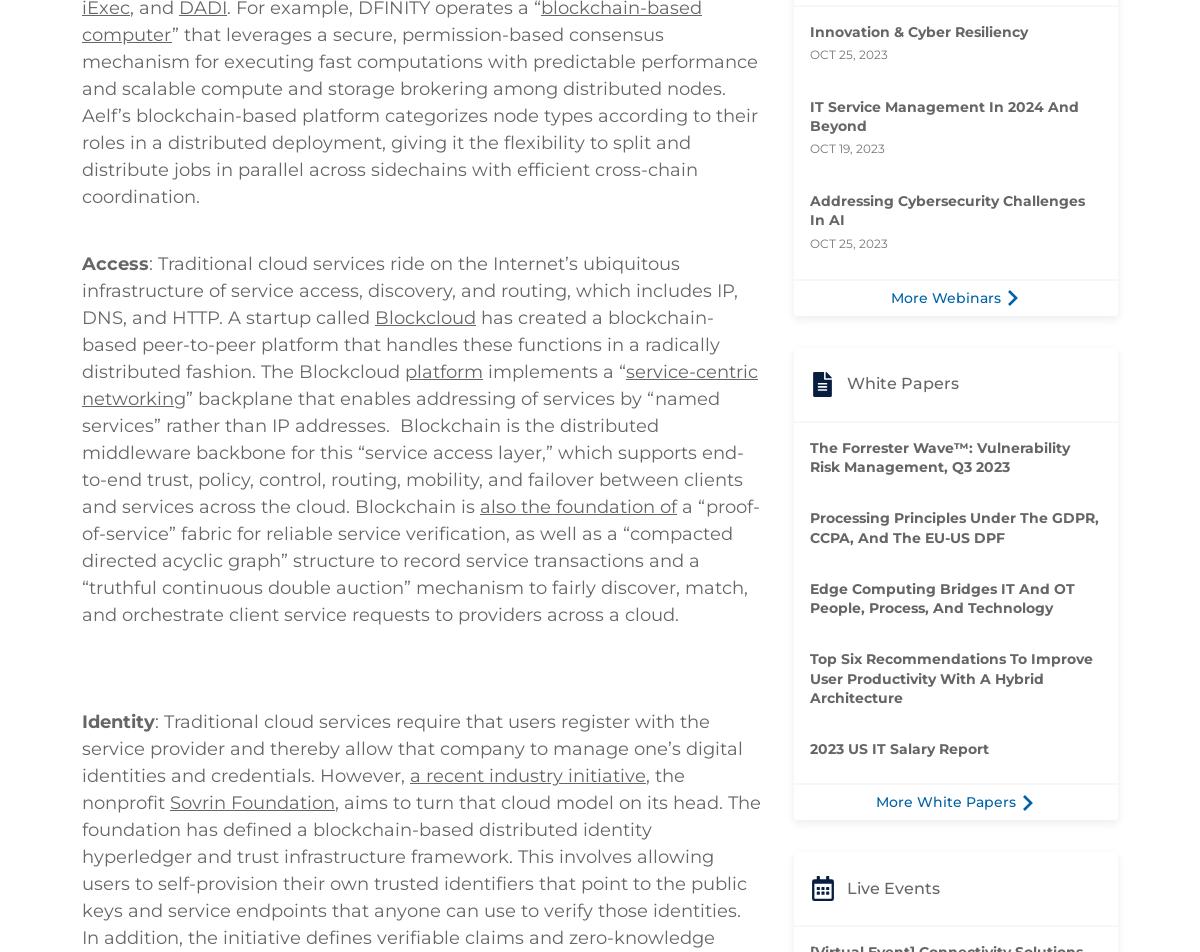 The image size is (1200, 952). Describe the element at coordinates (890, 297) in the screenshot. I see `'More Webinars'` at that location.